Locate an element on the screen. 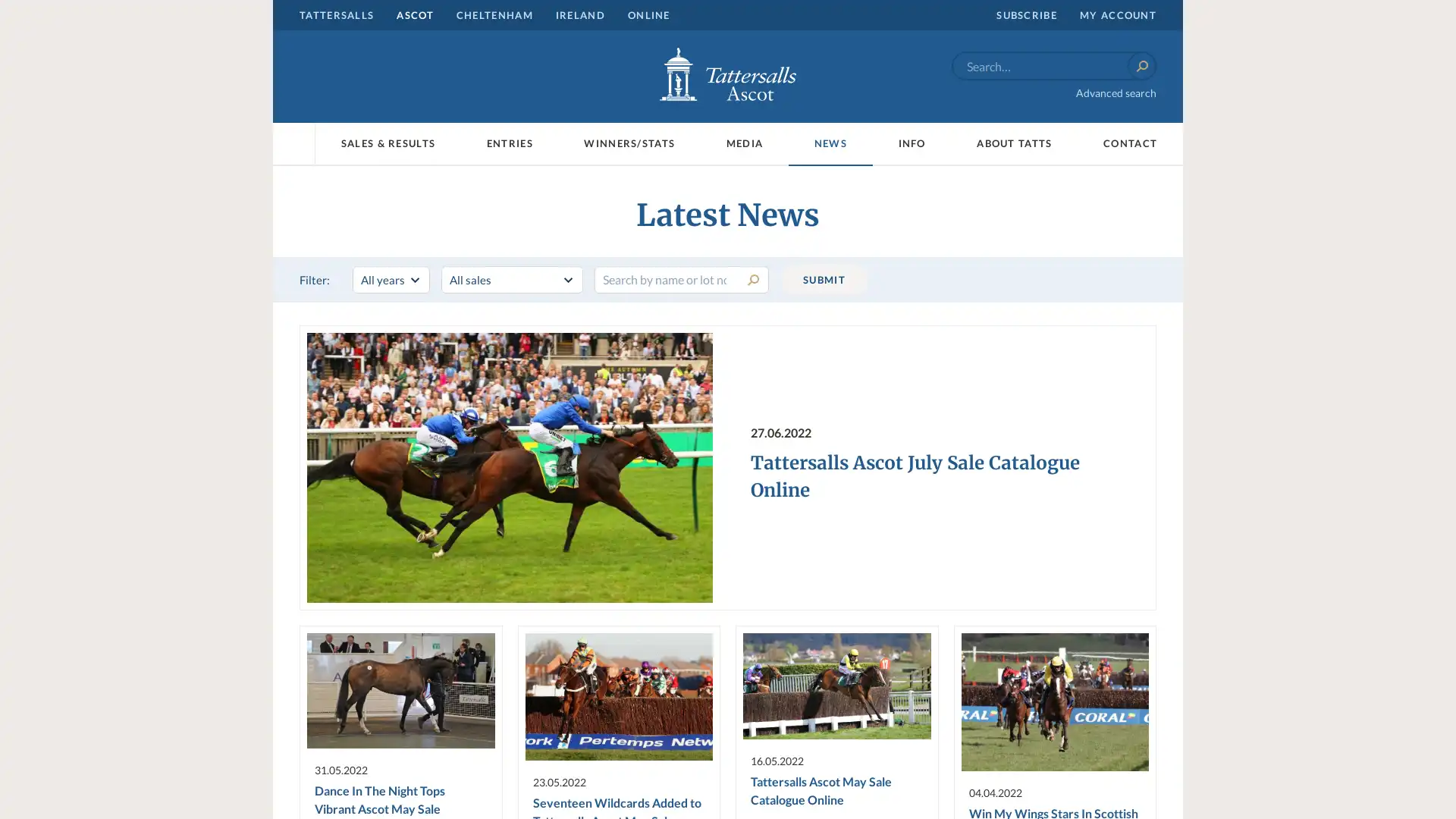  SUBMIT is located at coordinates (823, 280).